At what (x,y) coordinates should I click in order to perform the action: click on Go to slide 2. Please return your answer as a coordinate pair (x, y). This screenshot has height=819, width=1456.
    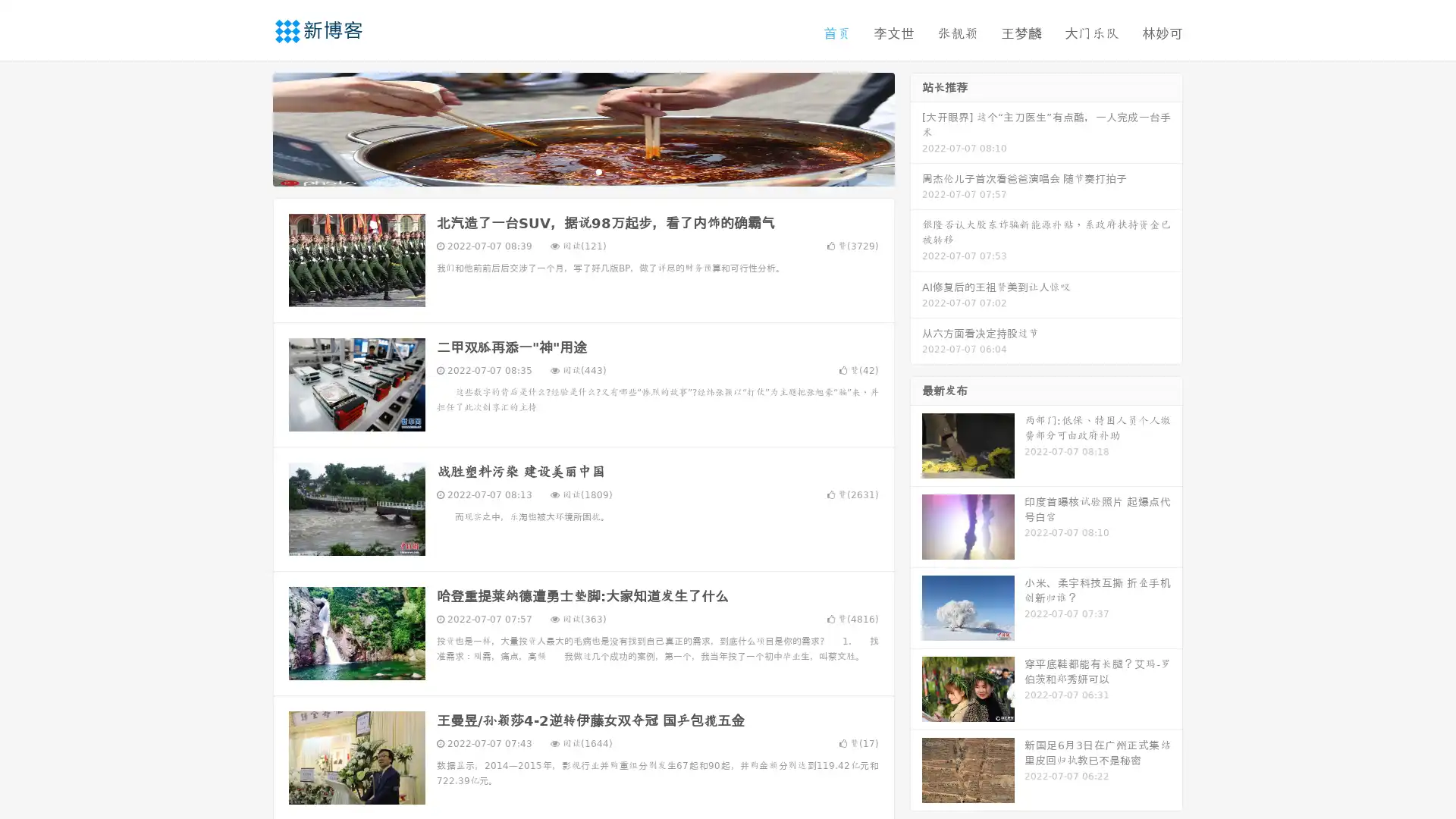
    Looking at the image, I should click on (582, 171).